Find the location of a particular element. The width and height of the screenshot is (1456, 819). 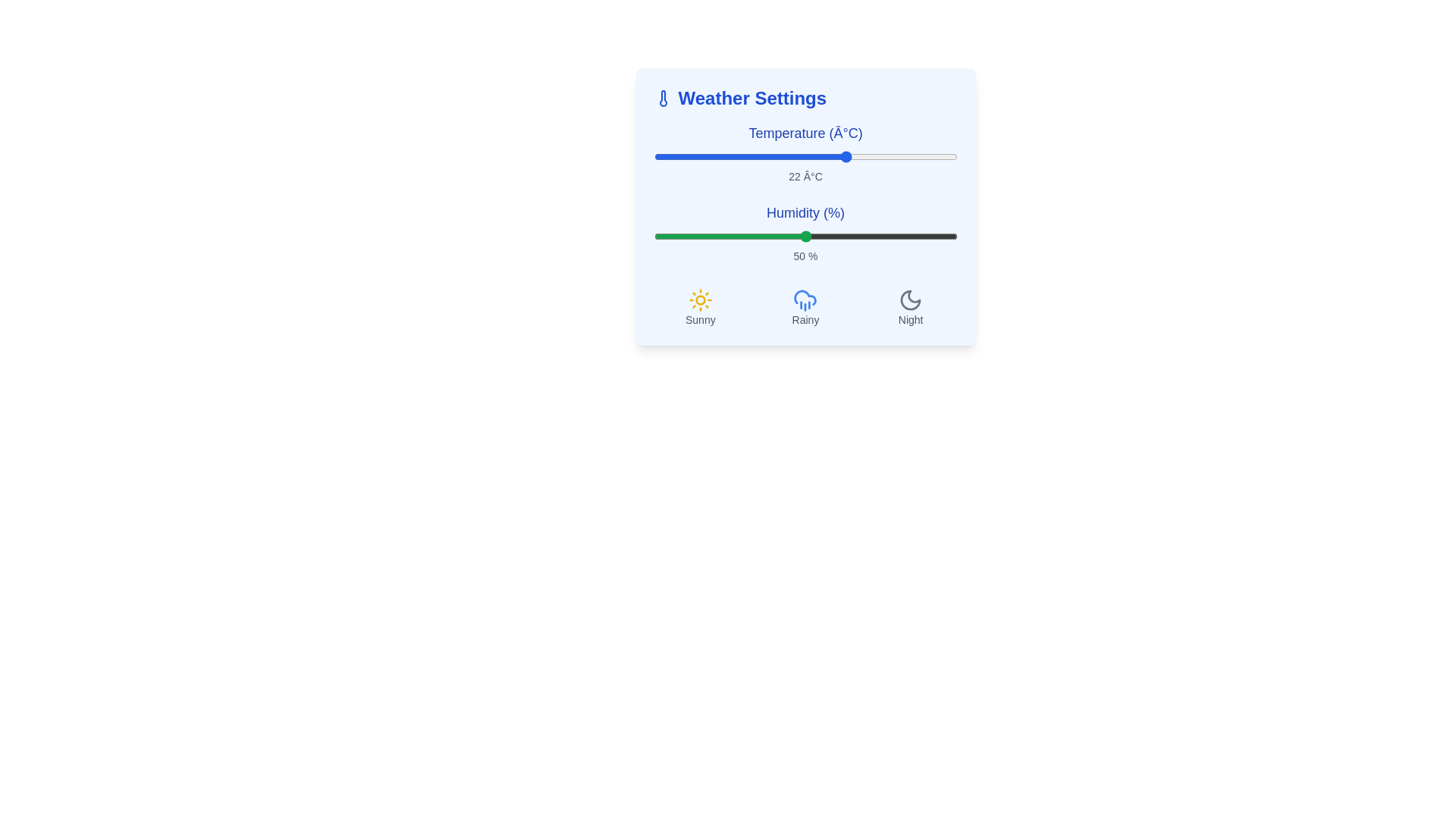

text label displaying 'Rainy' located beneath the 'cloud rain' icon, centered between the 'Sunny' and 'Night' sections is located at coordinates (805, 318).